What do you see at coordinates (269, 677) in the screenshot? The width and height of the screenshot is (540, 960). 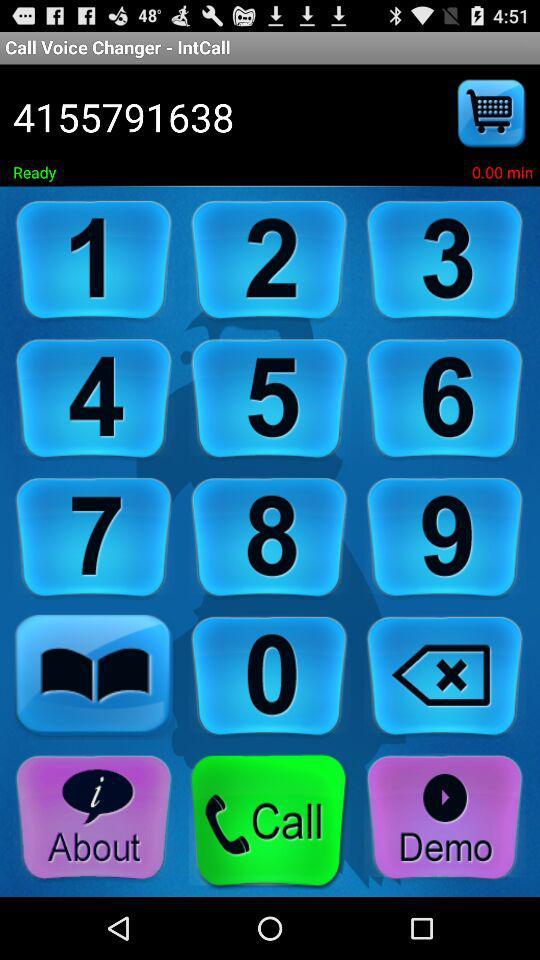 I see `number` at bounding box center [269, 677].